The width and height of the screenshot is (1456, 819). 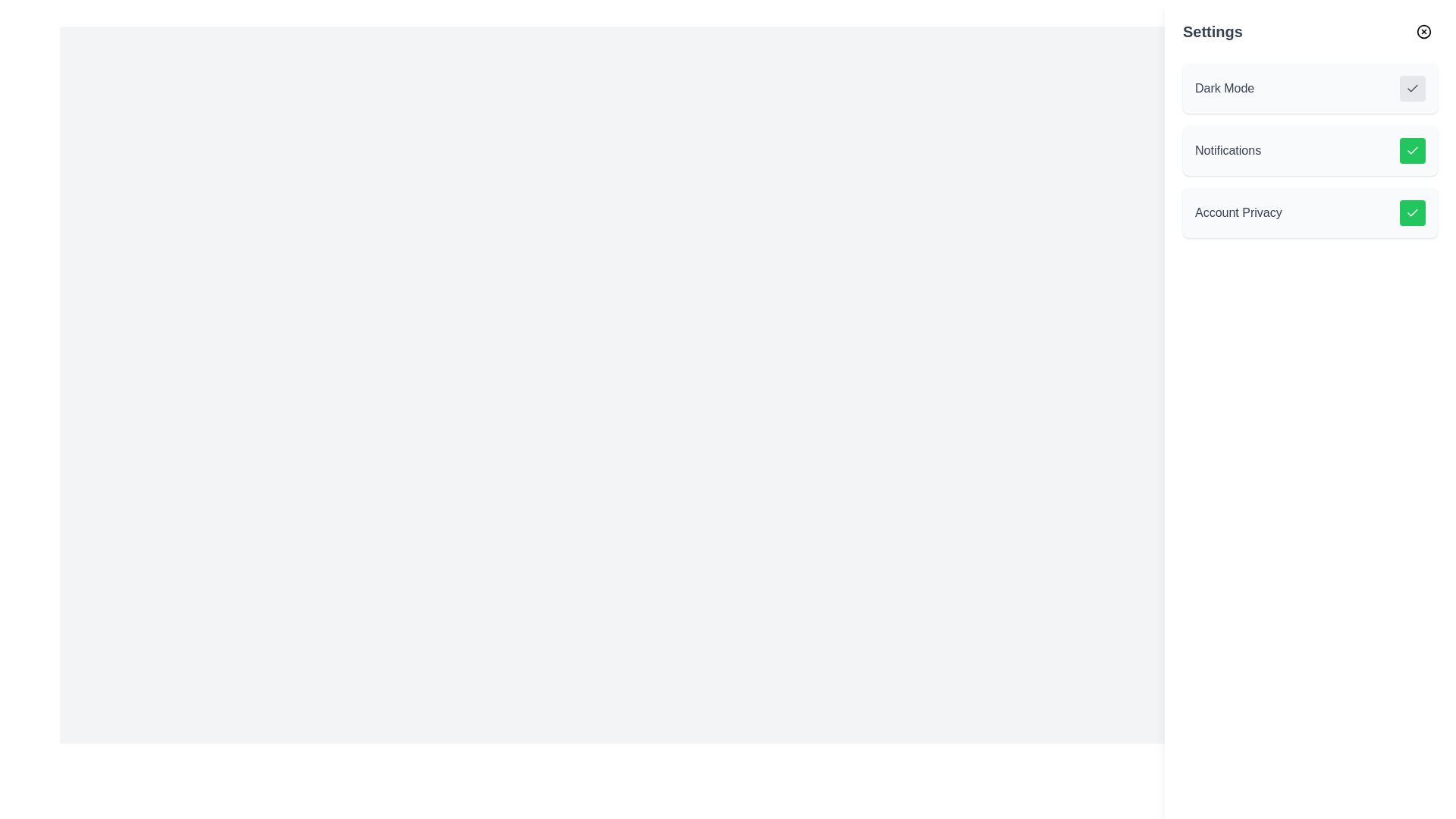 What do you see at coordinates (1411, 151) in the screenshot?
I see `the toggle indicator with a checkmark in the Notifications settings` at bounding box center [1411, 151].